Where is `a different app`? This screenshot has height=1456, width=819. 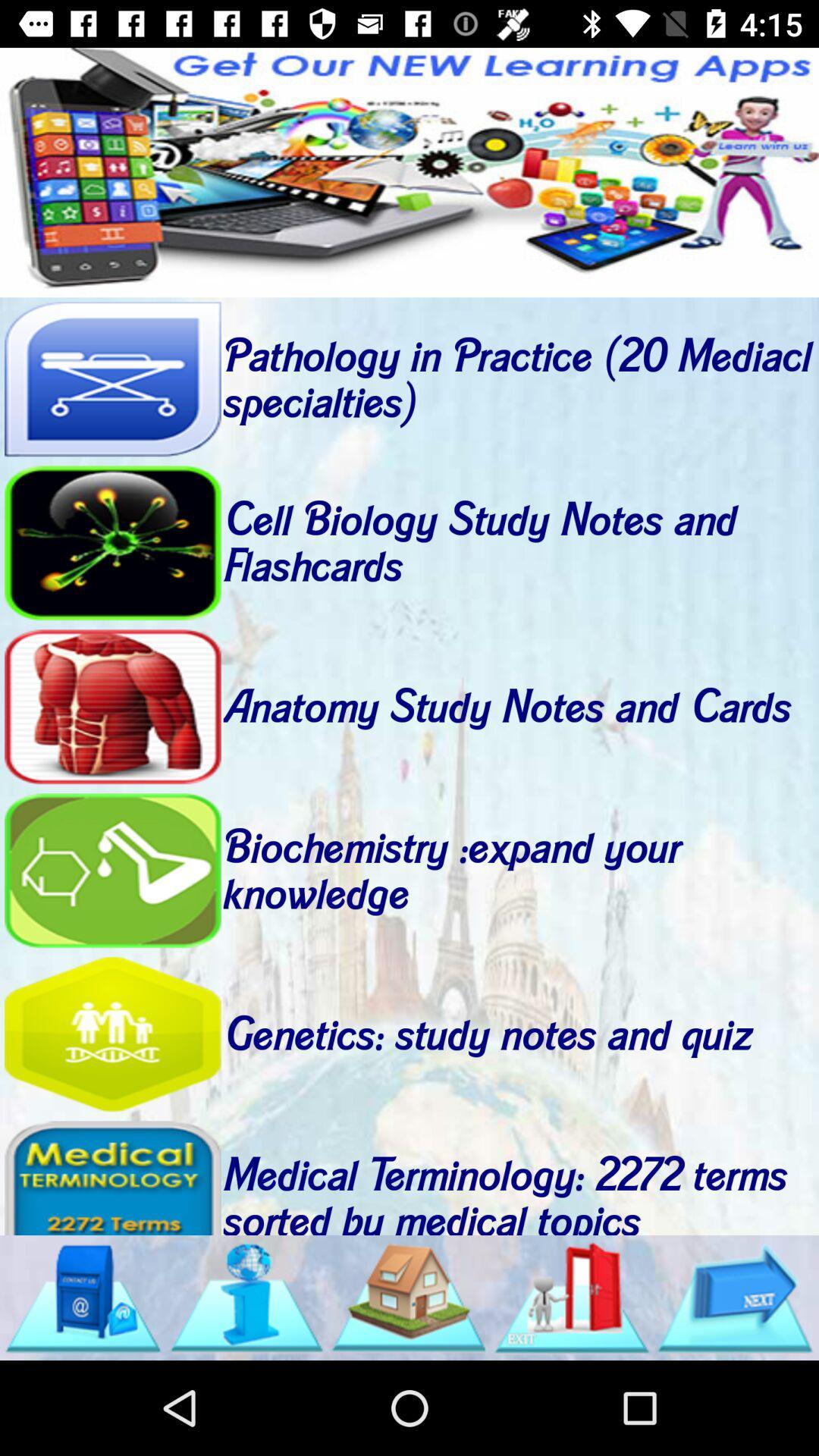
a different app is located at coordinates (409, 172).